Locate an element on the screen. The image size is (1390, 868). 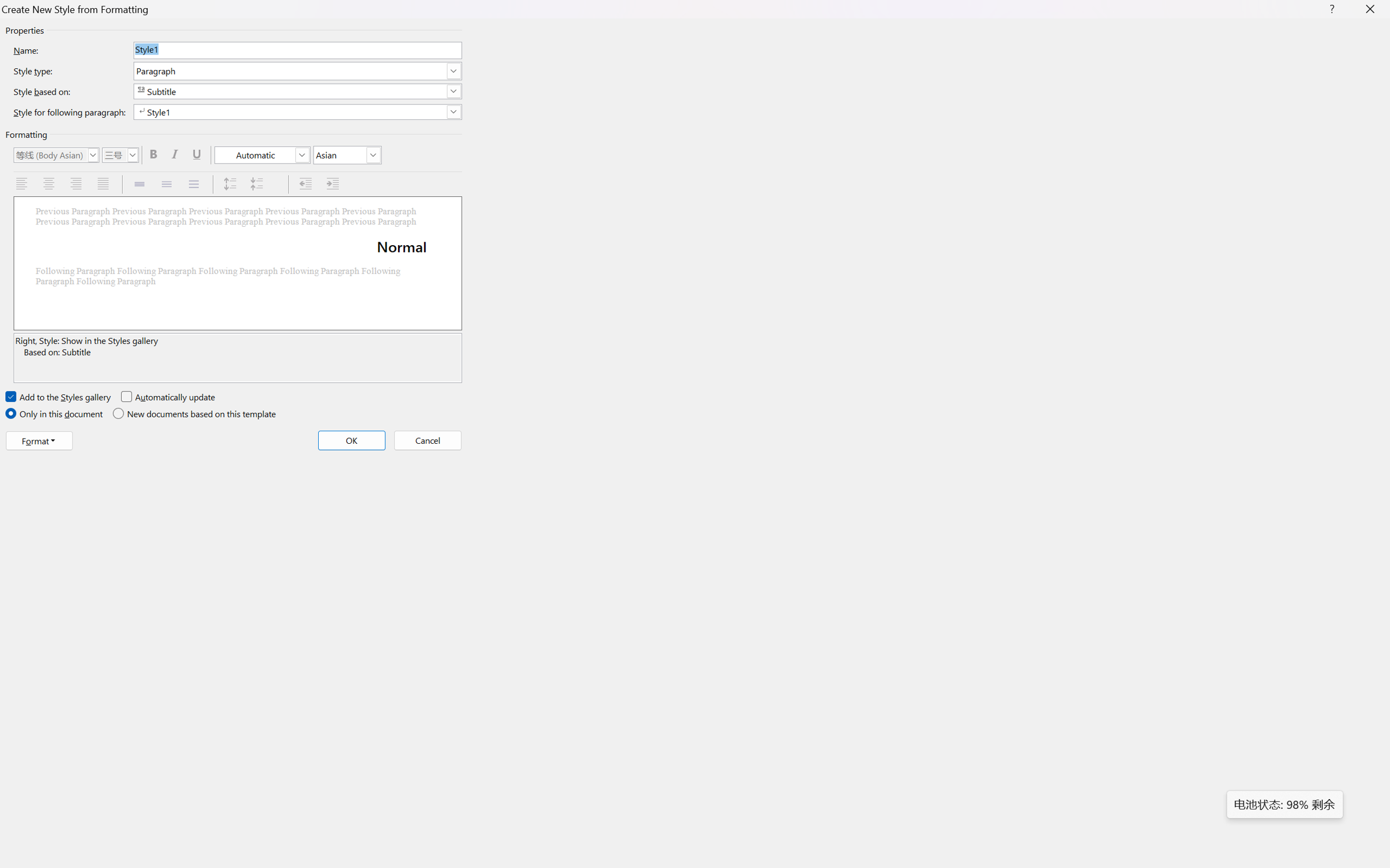
'Align Left' is located at coordinates (22, 184).